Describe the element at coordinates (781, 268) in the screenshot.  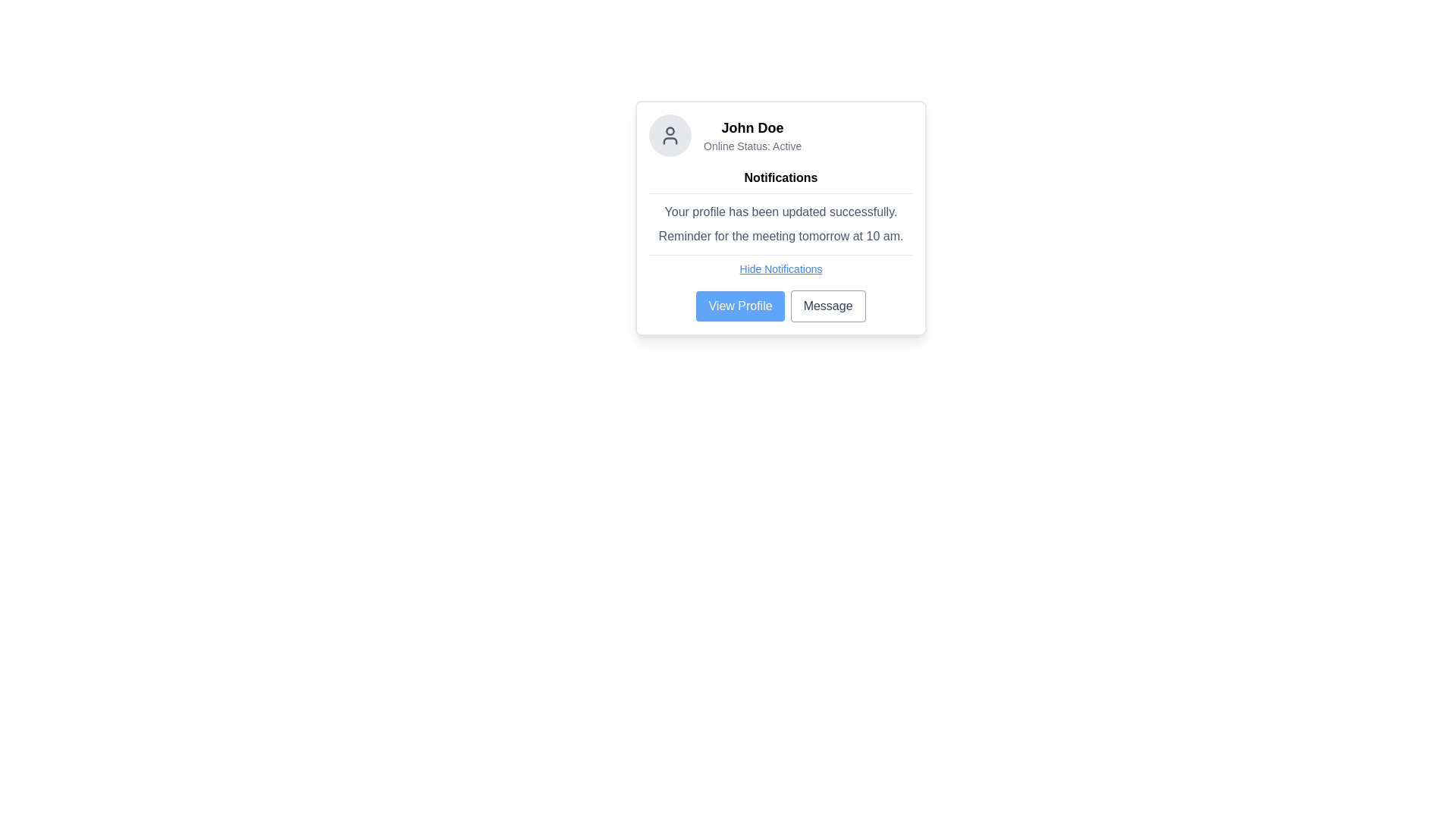
I see `the hyperlink located beneath the notification messages` at that location.